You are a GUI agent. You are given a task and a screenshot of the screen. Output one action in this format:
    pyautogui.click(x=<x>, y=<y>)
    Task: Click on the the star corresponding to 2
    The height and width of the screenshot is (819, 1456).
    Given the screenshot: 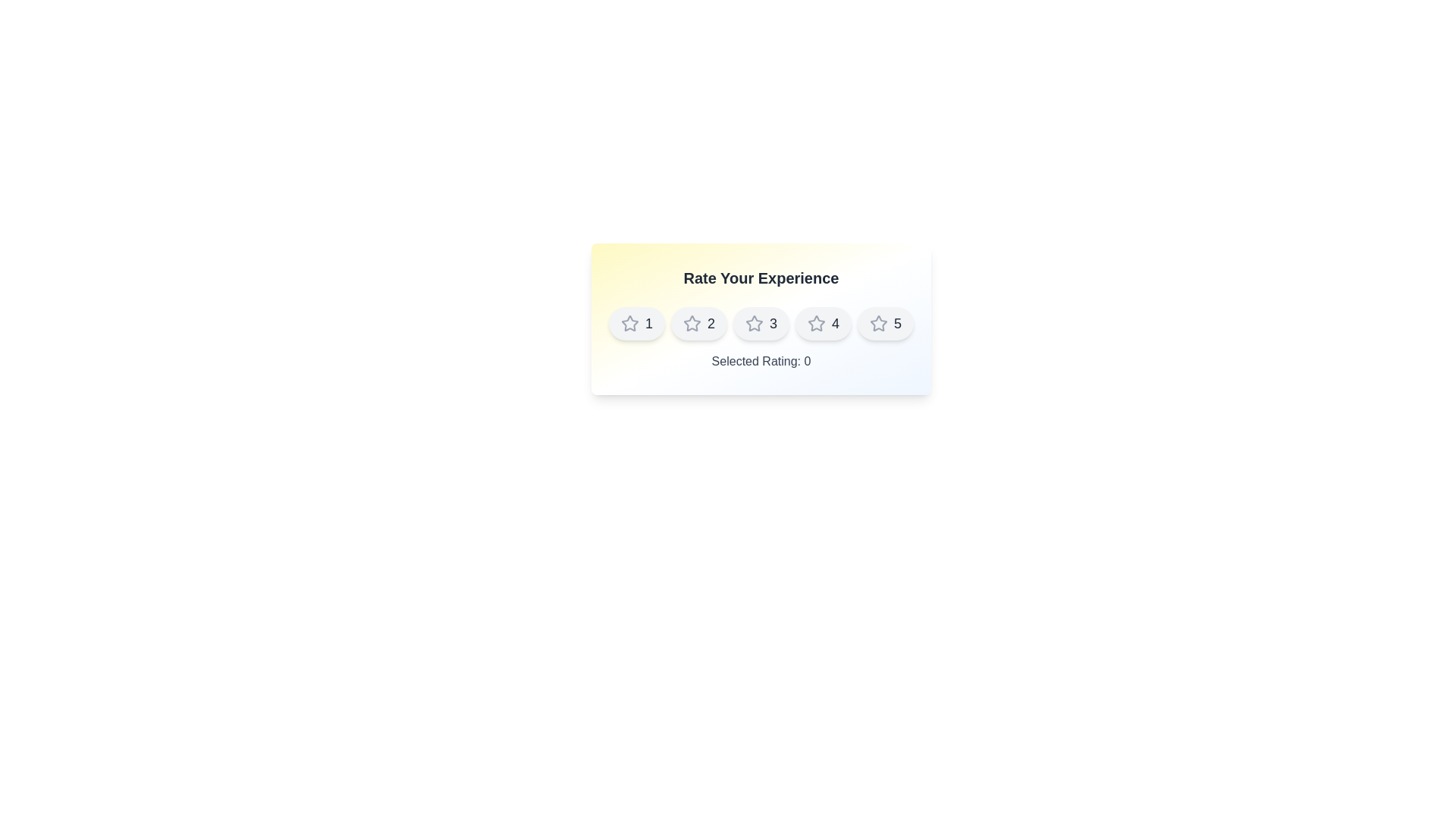 What is the action you would take?
    pyautogui.click(x=698, y=323)
    